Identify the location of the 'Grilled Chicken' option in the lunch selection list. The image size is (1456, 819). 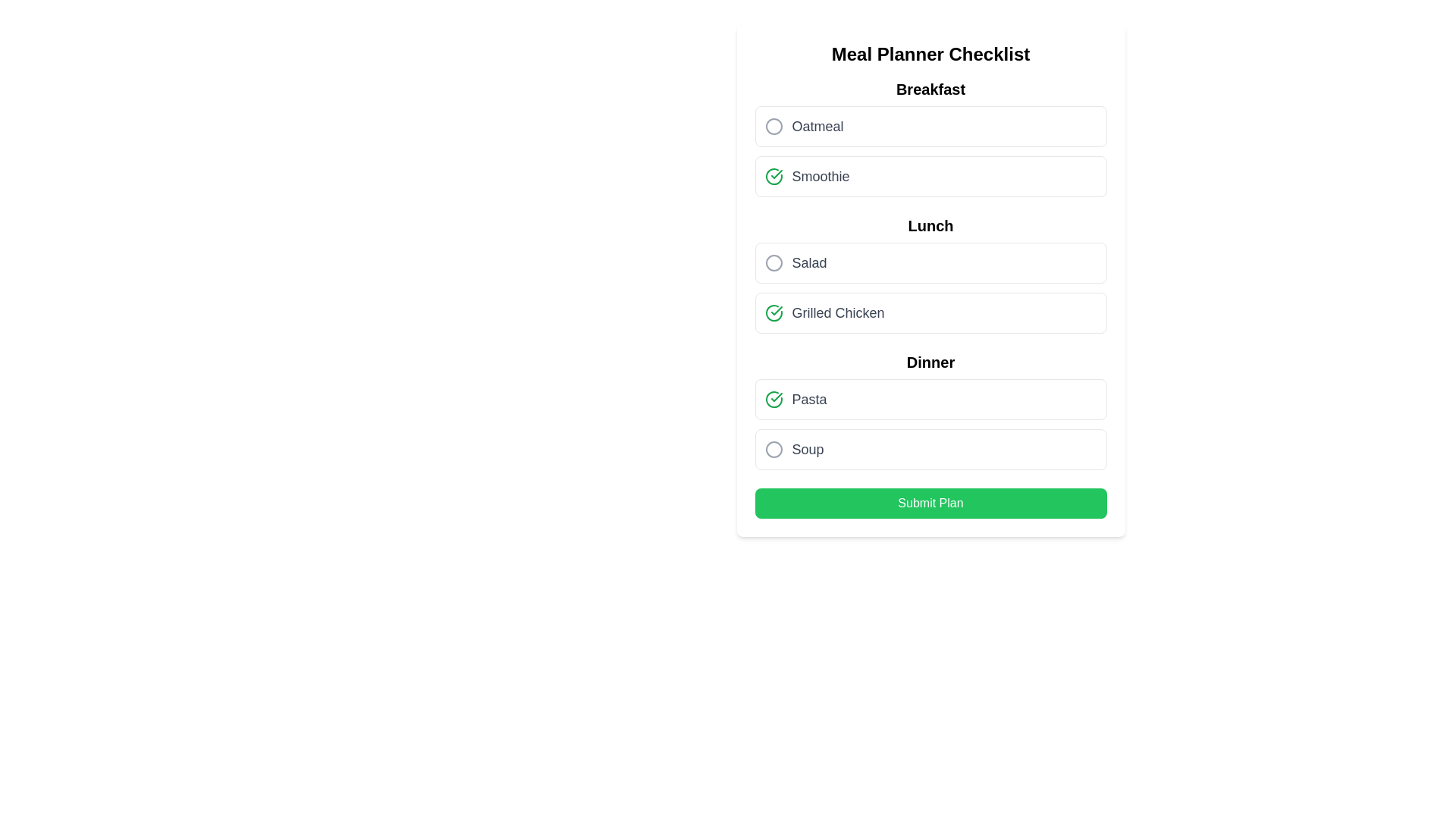
(930, 288).